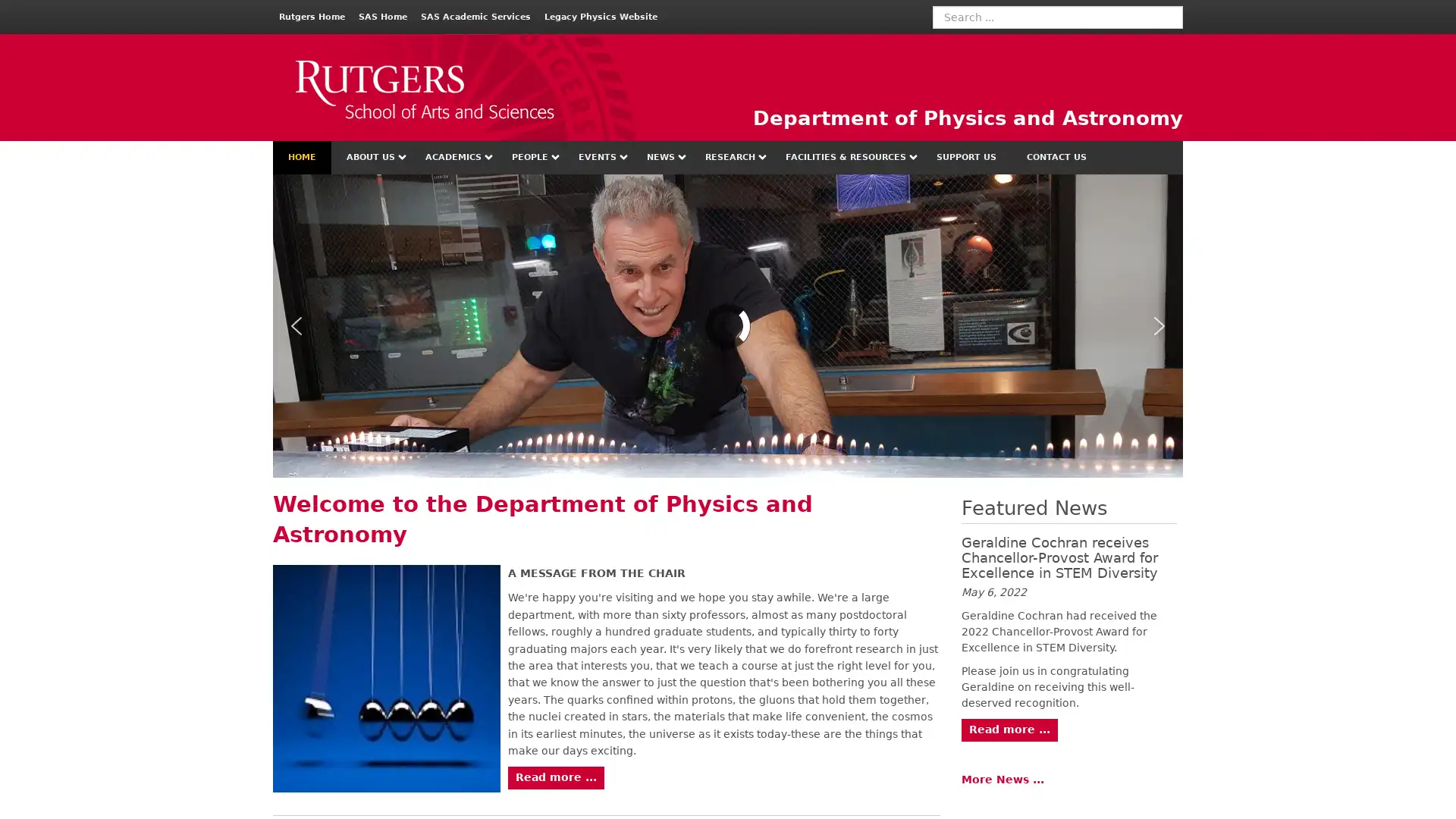 This screenshot has height=819, width=1456. I want to click on previous arrow, so click(296, 325).